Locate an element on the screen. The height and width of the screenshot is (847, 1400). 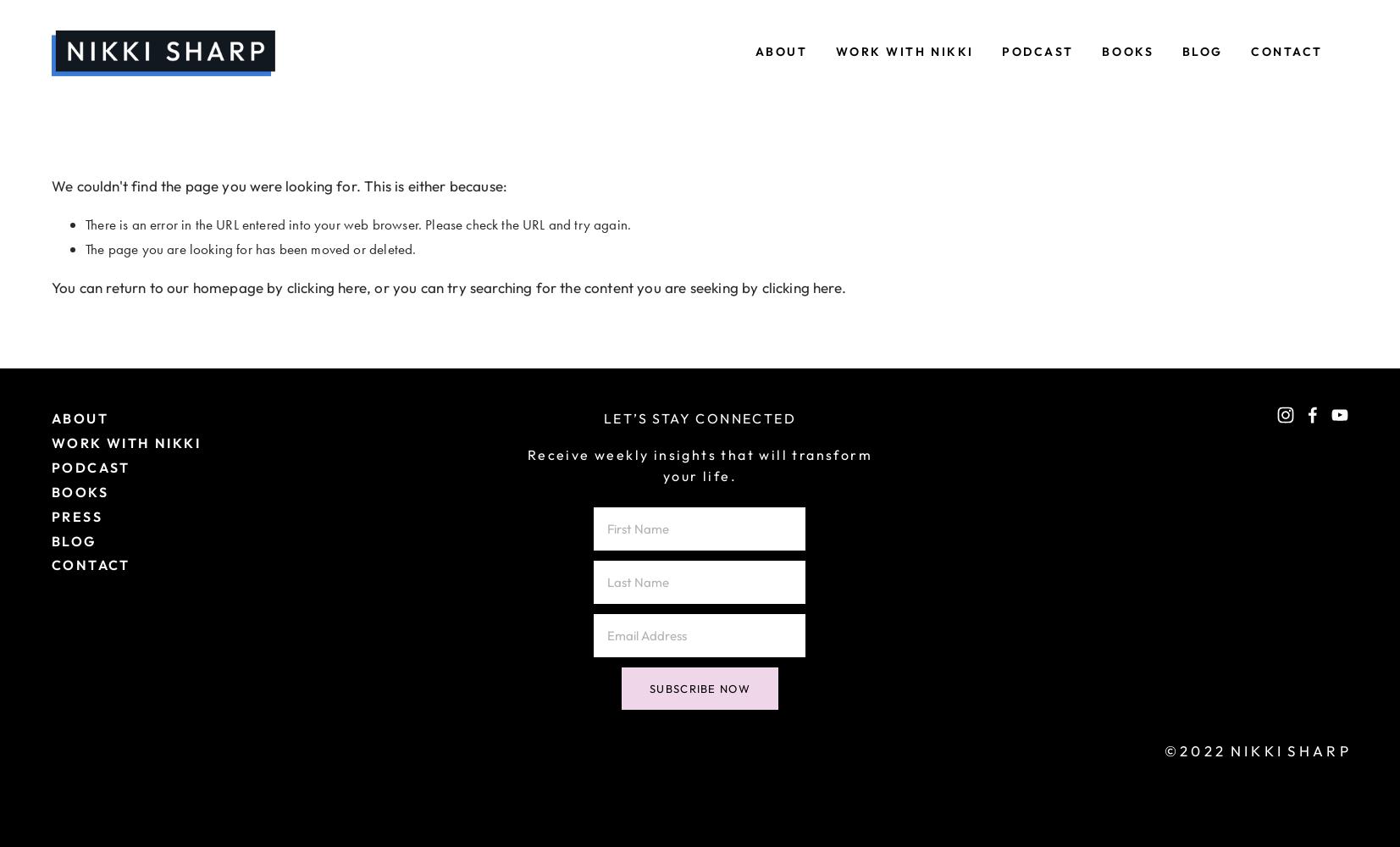
'You can return to our homepage by' is located at coordinates (168, 286).